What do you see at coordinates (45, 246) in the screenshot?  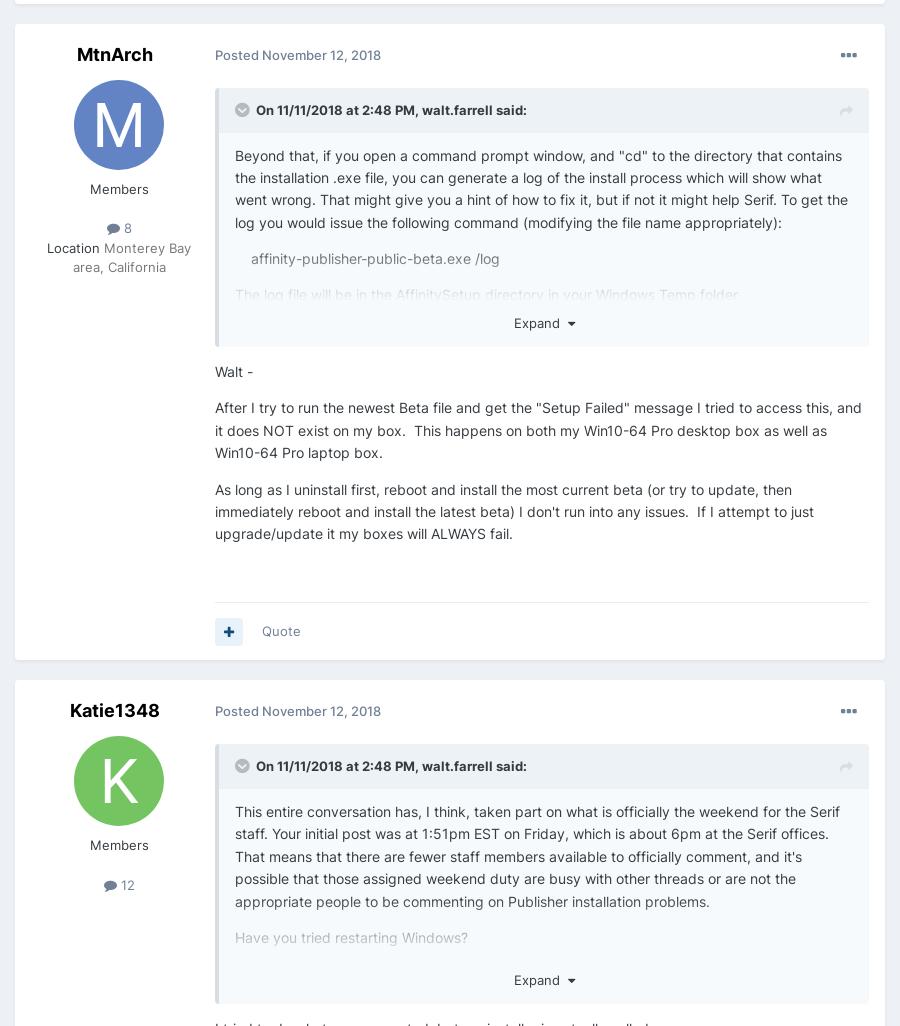 I see `'Location'` at bounding box center [45, 246].